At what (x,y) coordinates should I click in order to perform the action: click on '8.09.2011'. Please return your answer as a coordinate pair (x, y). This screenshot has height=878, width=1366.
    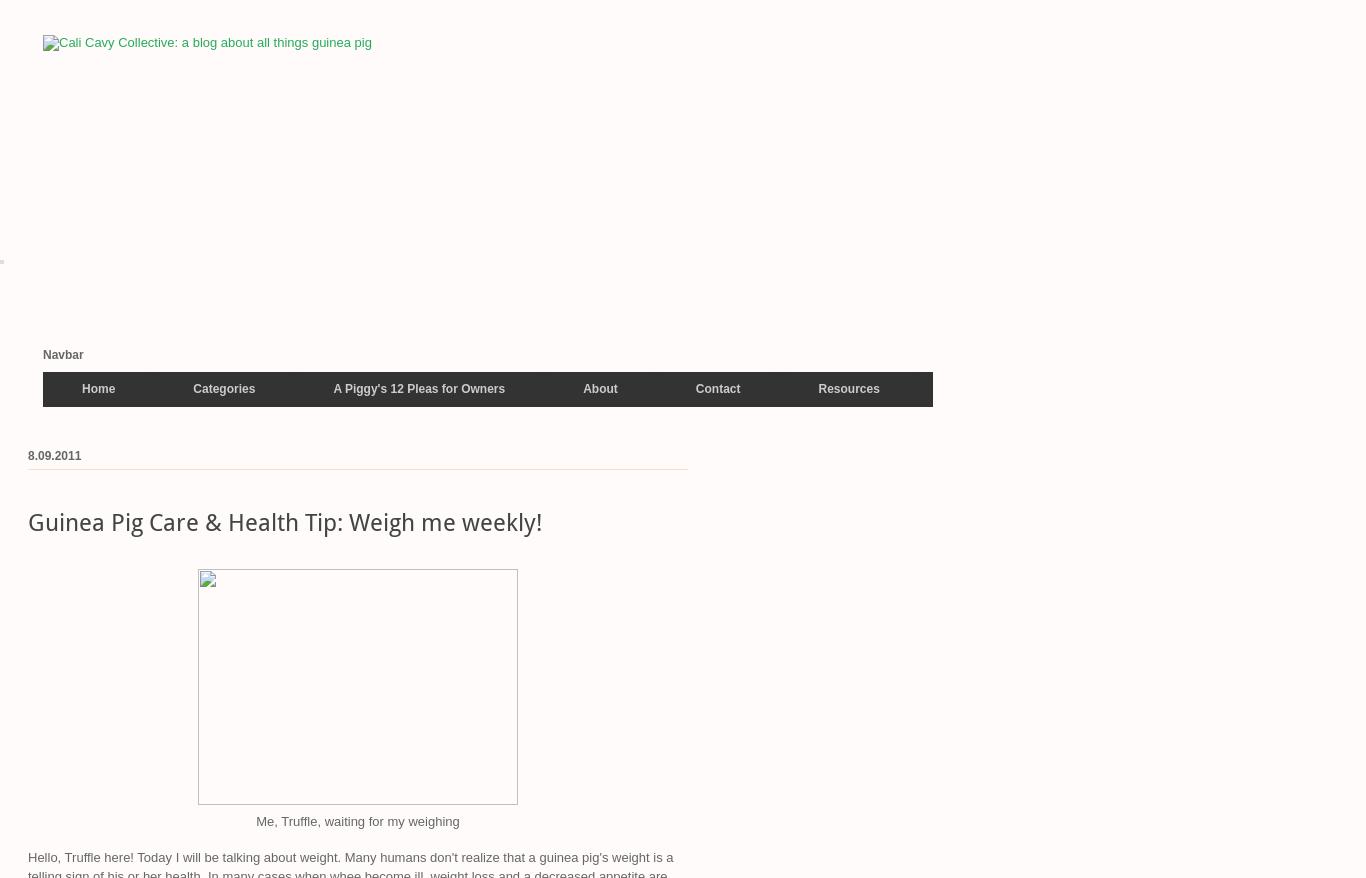
    Looking at the image, I should click on (54, 455).